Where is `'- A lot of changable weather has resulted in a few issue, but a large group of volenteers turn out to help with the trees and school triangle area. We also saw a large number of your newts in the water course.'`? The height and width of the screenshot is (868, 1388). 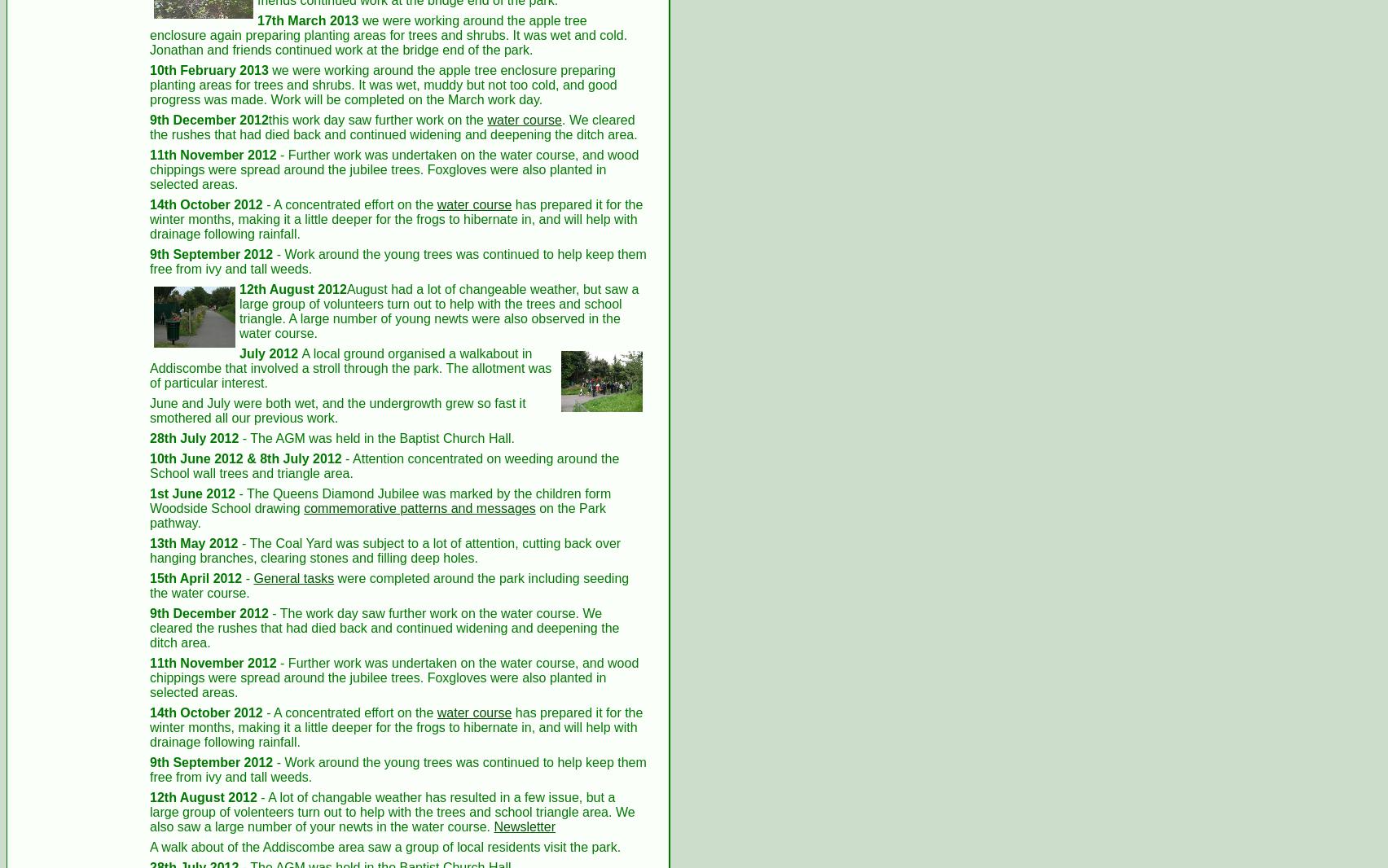
'- A lot of changable weather has resulted in a few issue, but a large group of volenteers turn out to help with the trees and school triangle area. We also saw a large number of your newts in the water course.' is located at coordinates (392, 812).